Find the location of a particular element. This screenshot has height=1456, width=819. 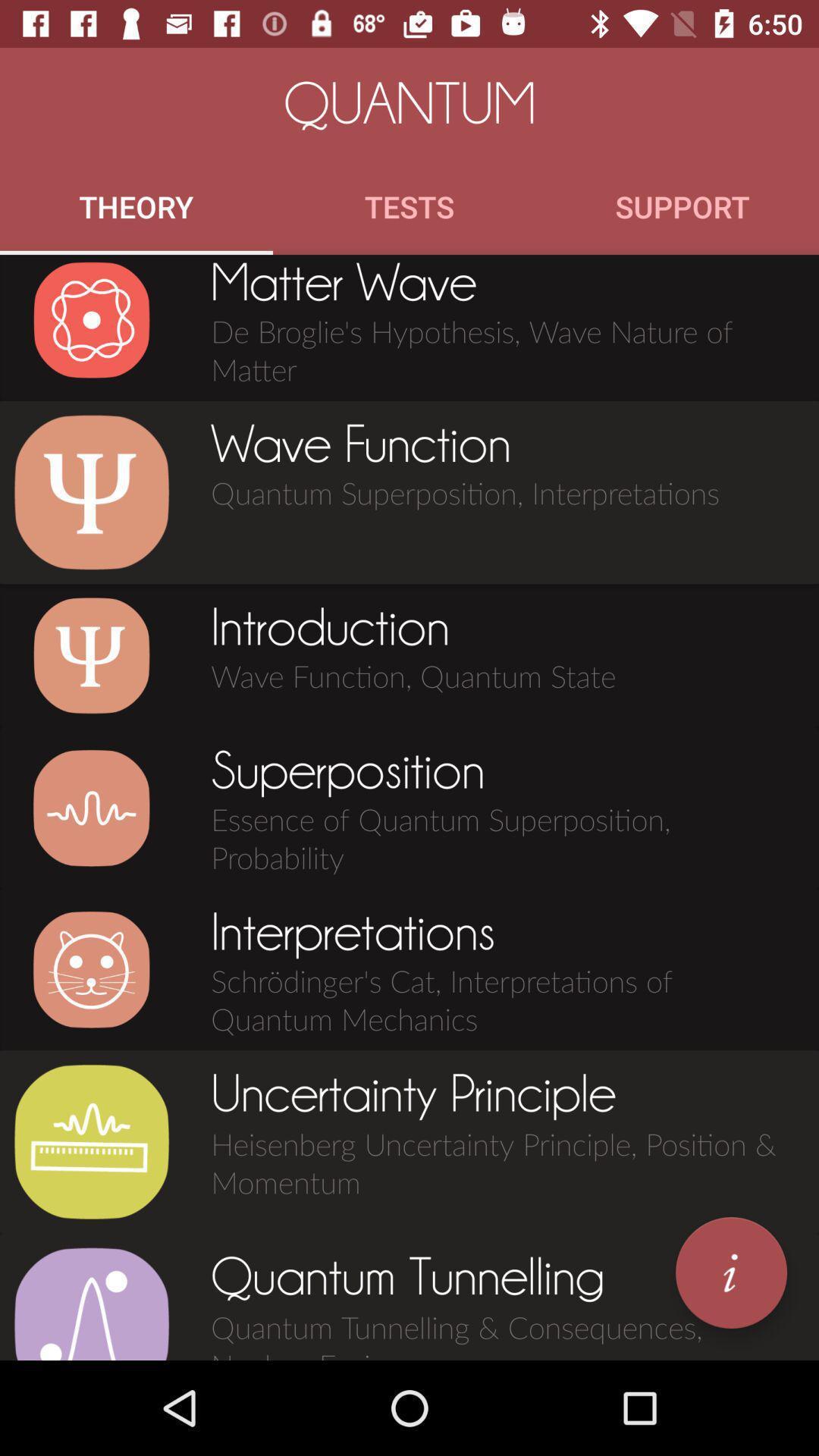

click on icon is located at coordinates (91, 655).